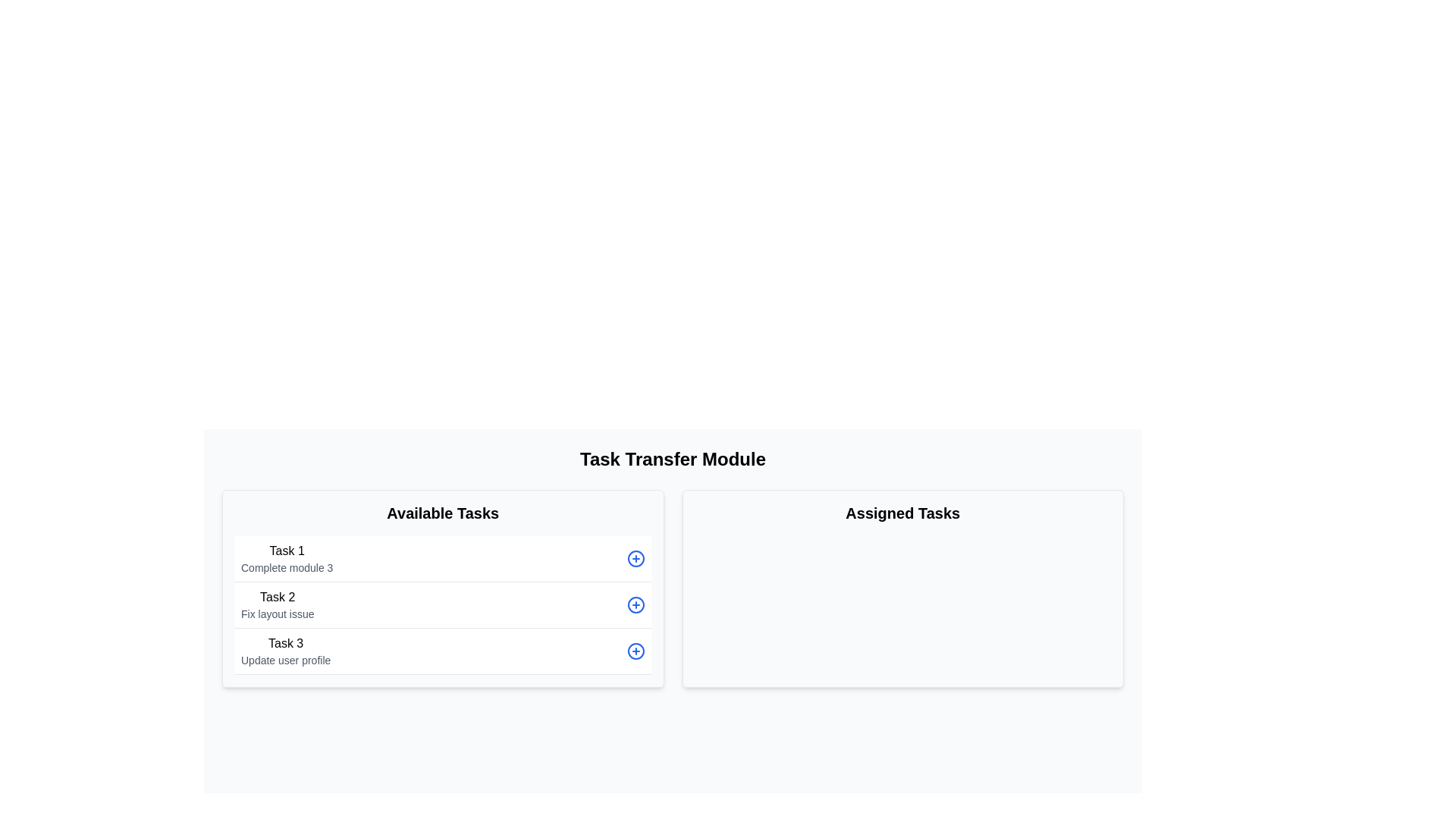 Image resolution: width=1456 pixels, height=819 pixels. I want to click on the circular SVG graphic element that is part of the 'circle-plus' icon, located at the far right of the 'Available Tasks' column, so click(635, 651).